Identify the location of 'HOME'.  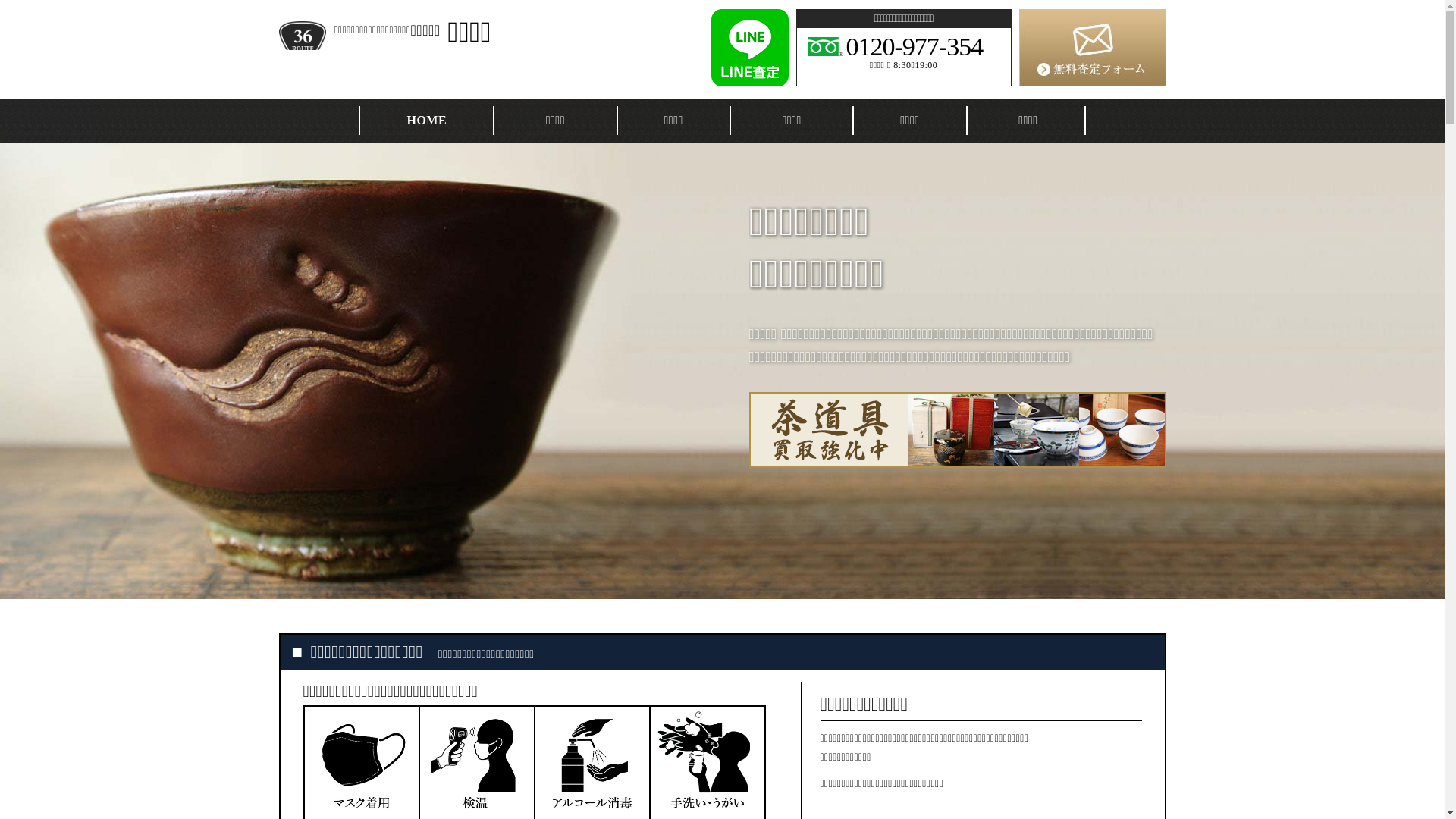
(425, 119).